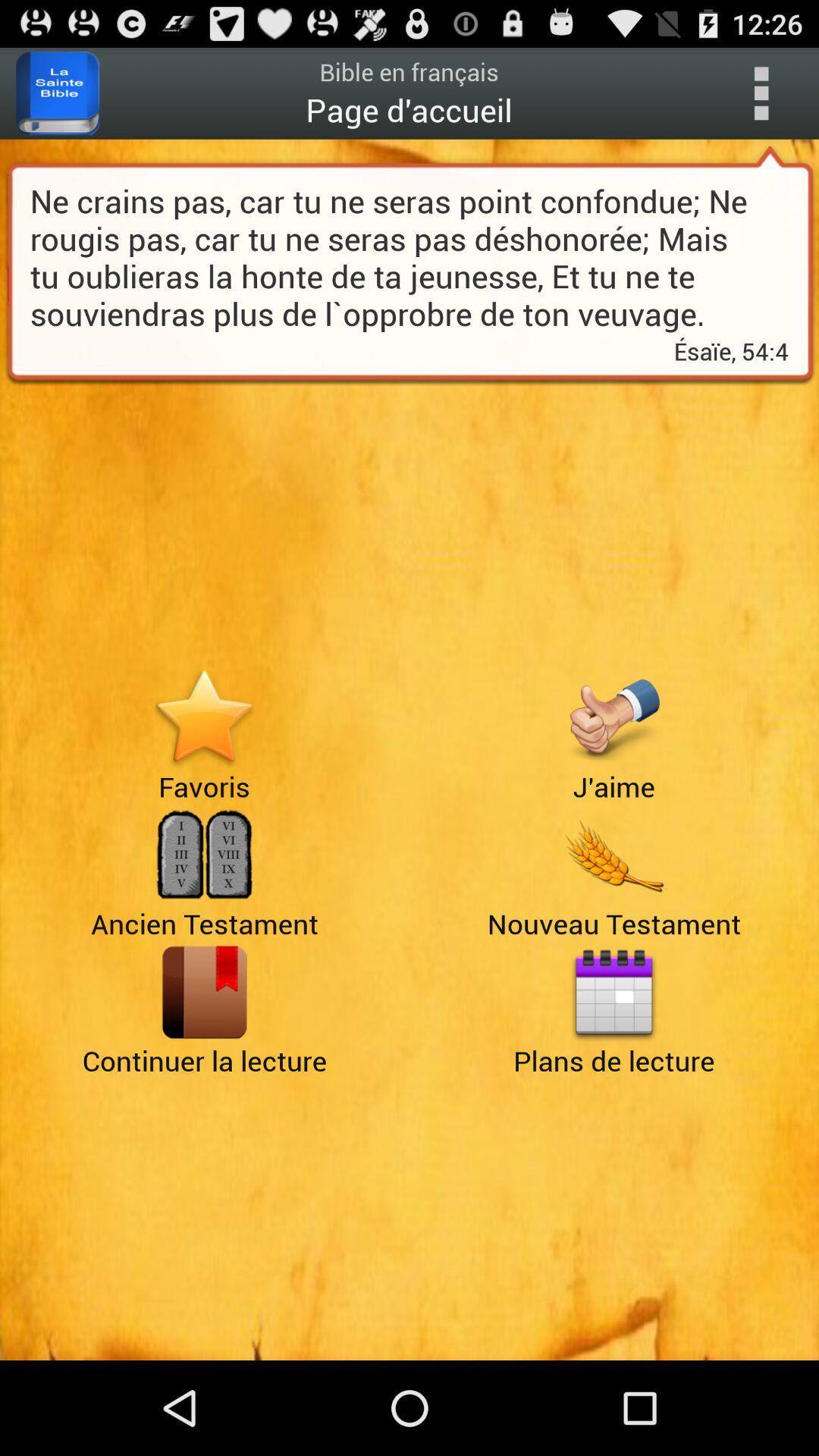 This screenshot has height=1456, width=819. Describe the element at coordinates (761, 99) in the screenshot. I see `the more icon` at that location.